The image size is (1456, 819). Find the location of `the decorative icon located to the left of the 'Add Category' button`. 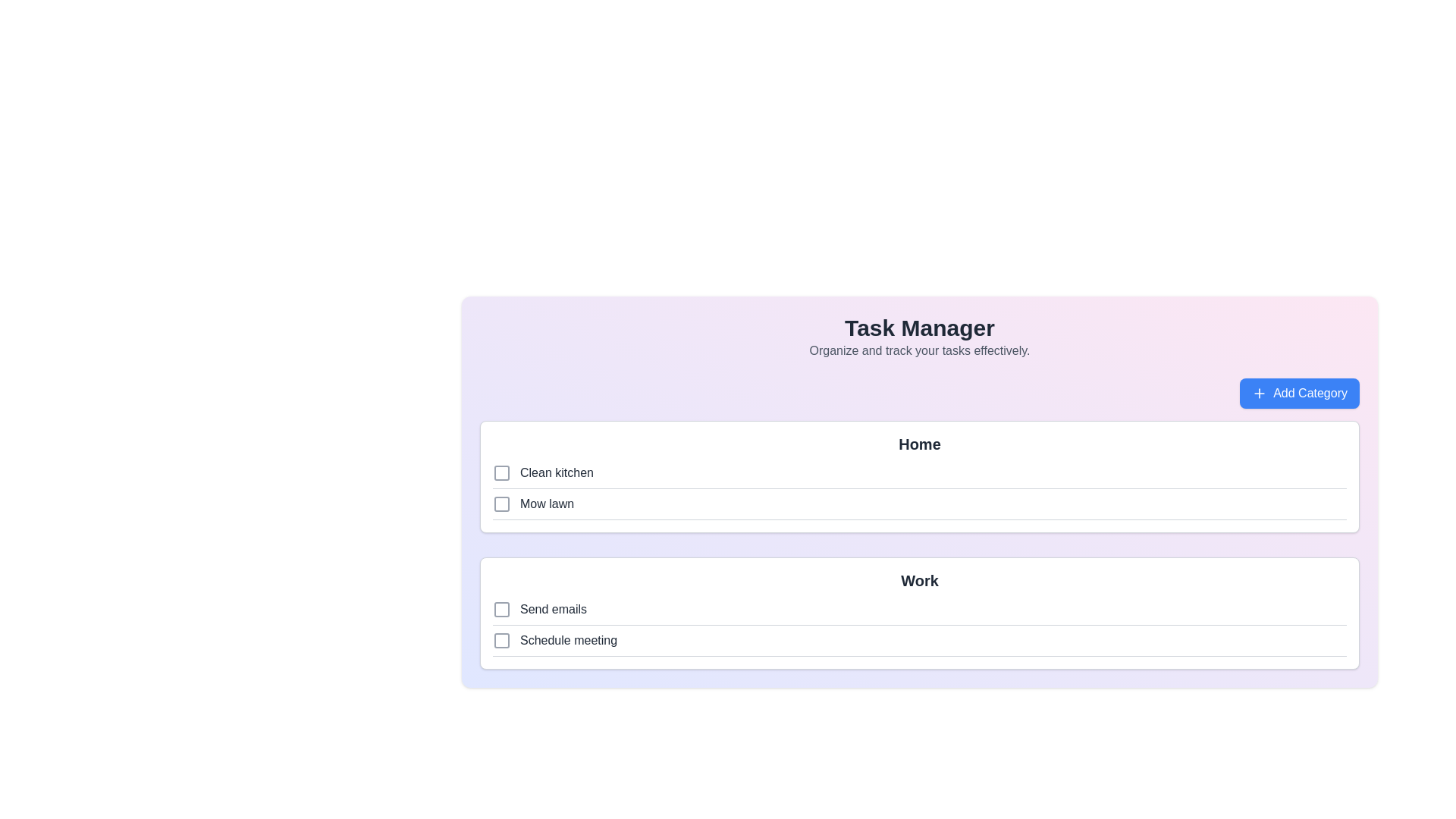

the decorative icon located to the left of the 'Add Category' button is located at coordinates (1259, 393).